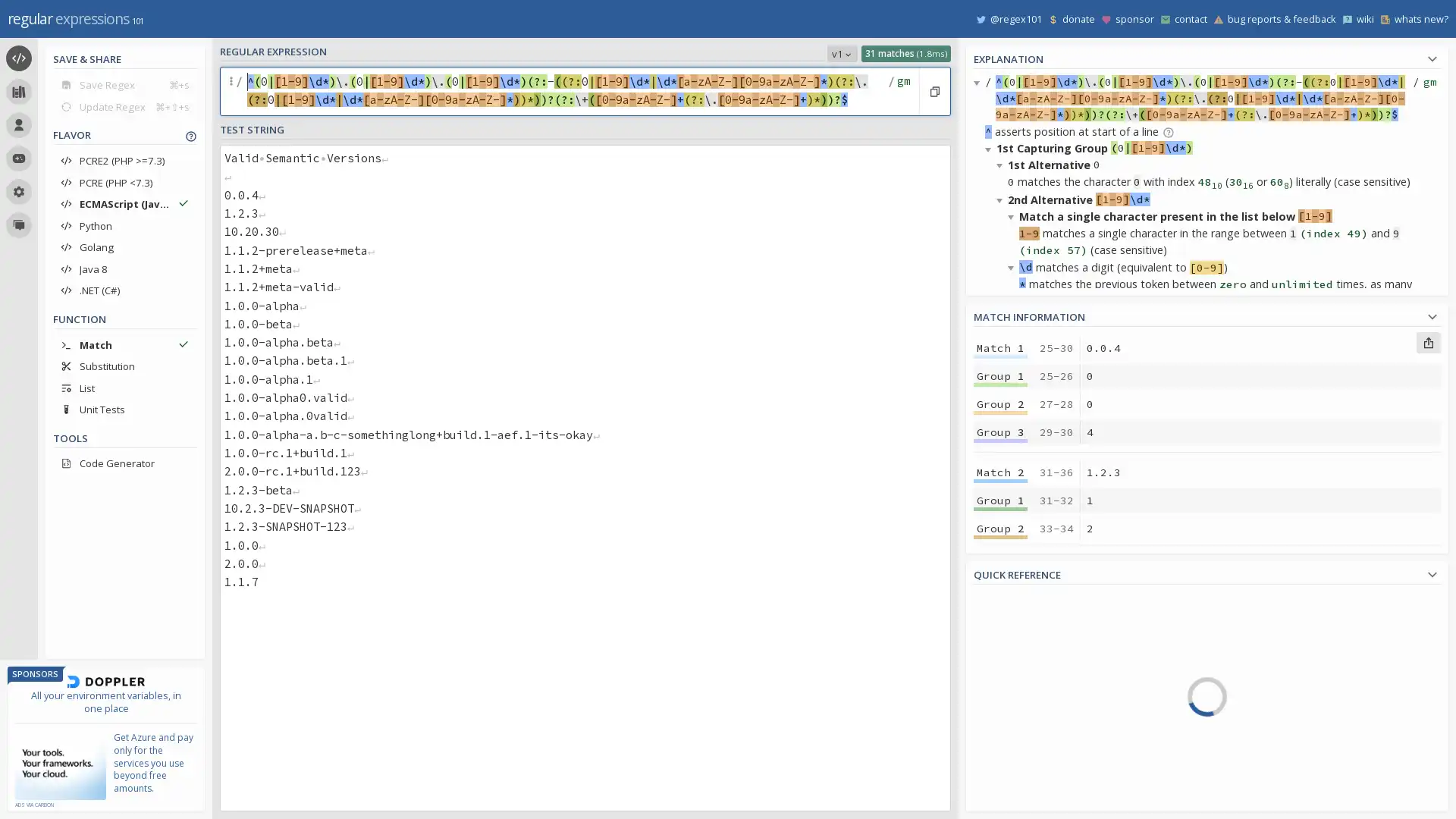 The image size is (1456, 819). What do you see at coordinates (1044, 801) in the screenshot?
I see `Flags/Modifiers` at bounding box center [1044, 801].